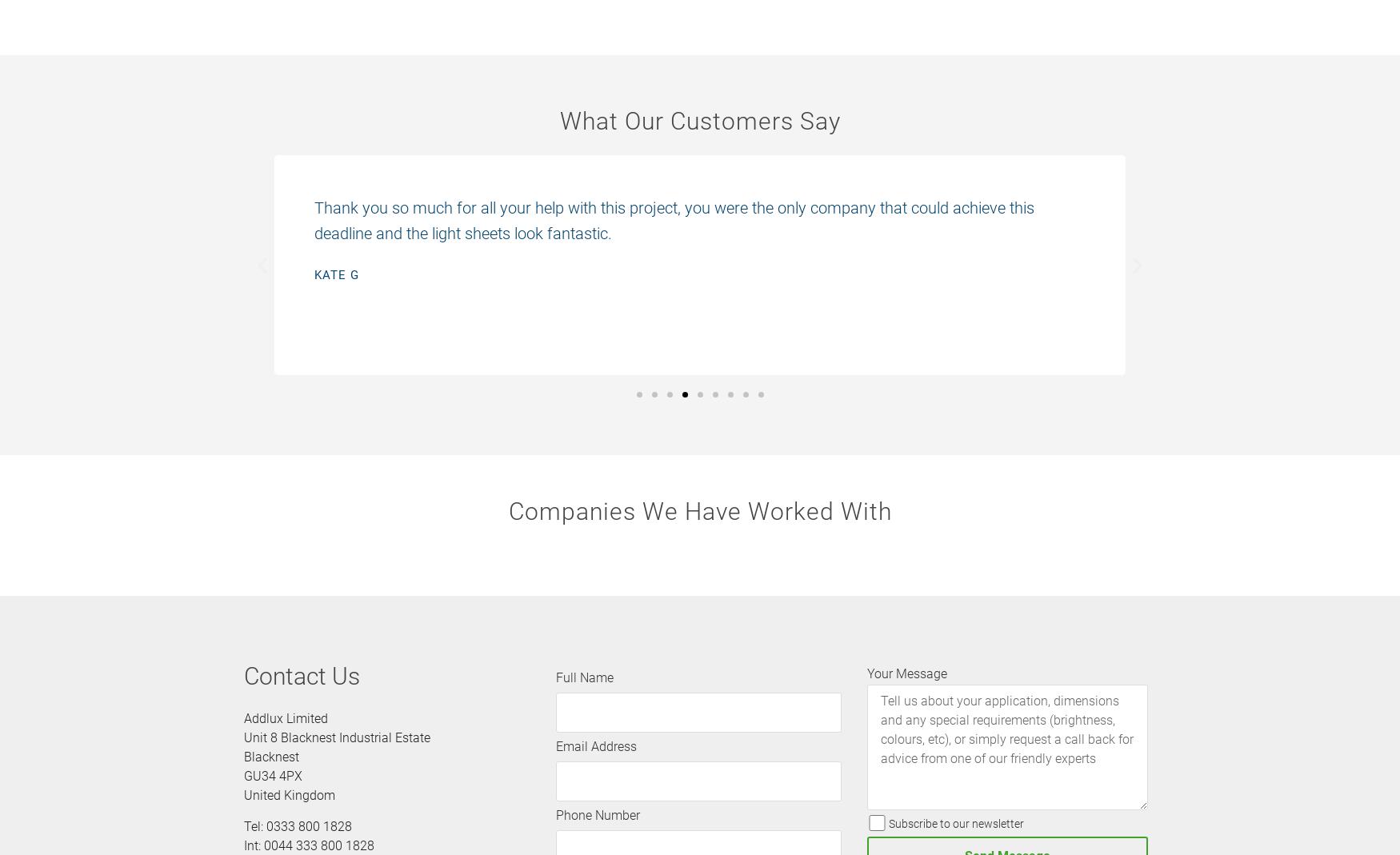 This screenshot has width=1400, height=855. What do you see at coordinates (955, 823) in the screenshot?
I see `'Subscribe to our newsletter'` at bounding box center [955, 823].